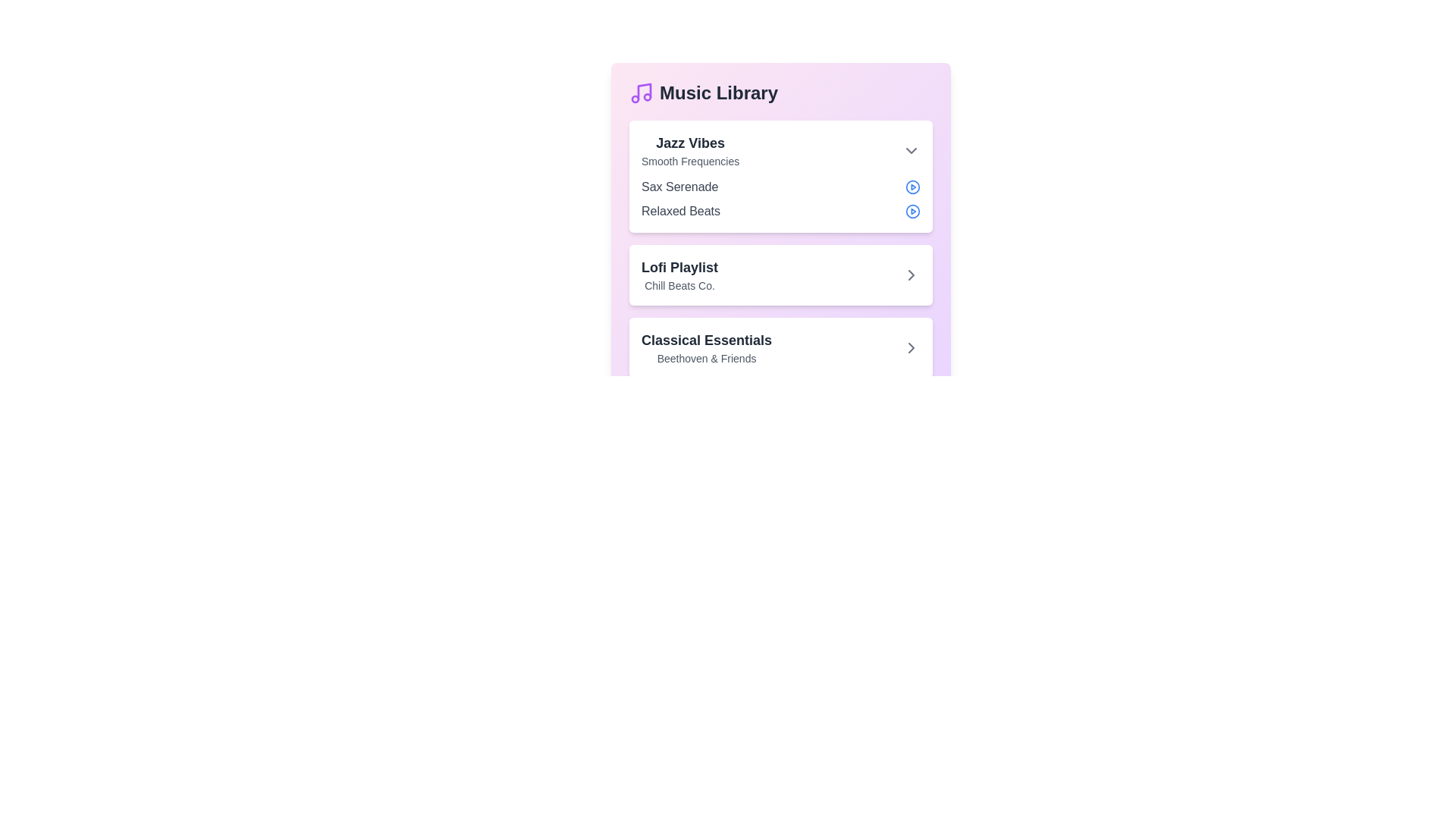 The height and width of the screenshot is (819, 1456). Describe the element at coordinates (689, 143) in the screenshot. I see `the 'Jazz Vibes' album to expand and view its details` at that location.